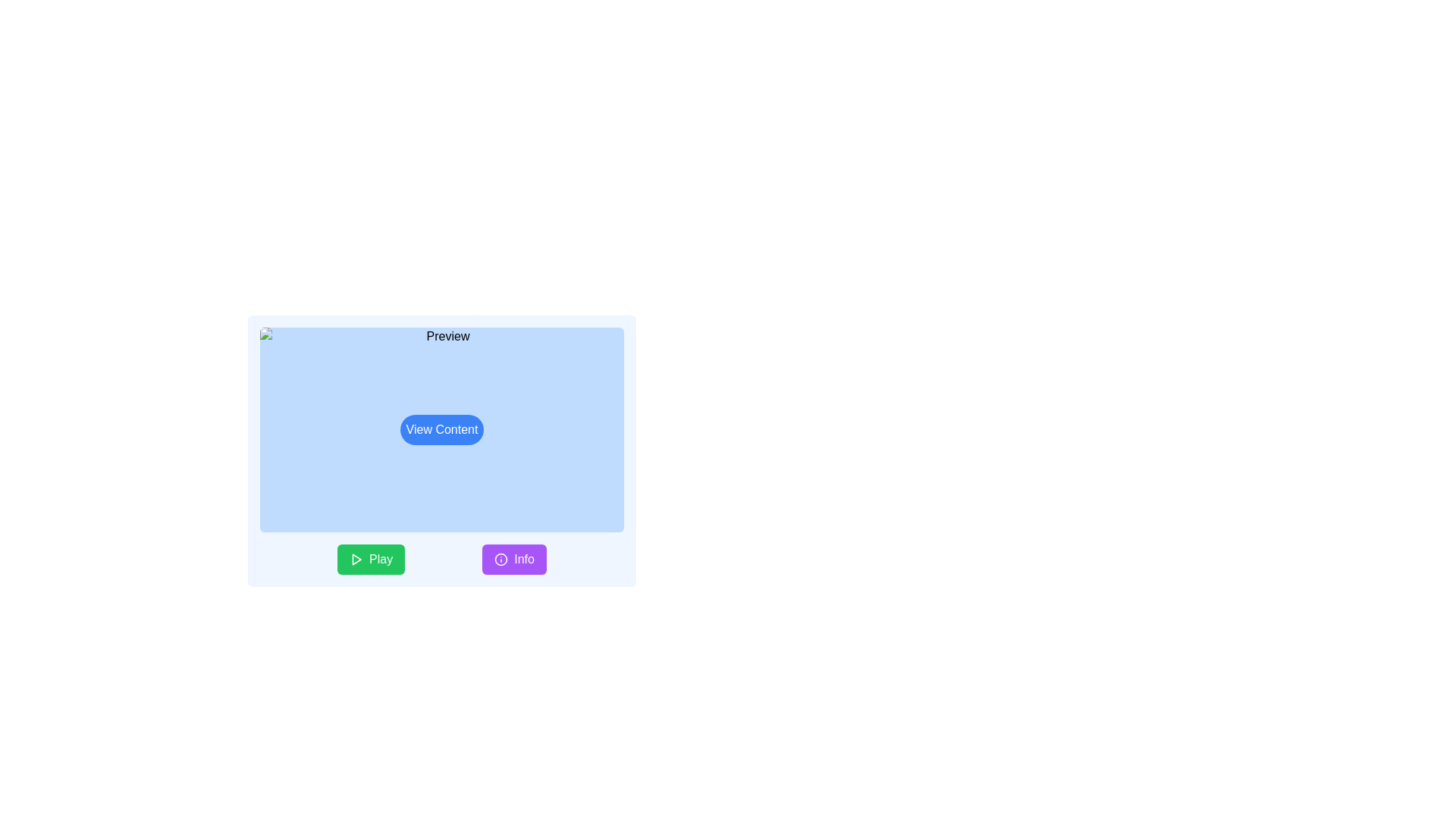  I want to click on the 'Info' button's SVG icon located at the lower right of the interface, which indicates informational content, so click(501, 559).